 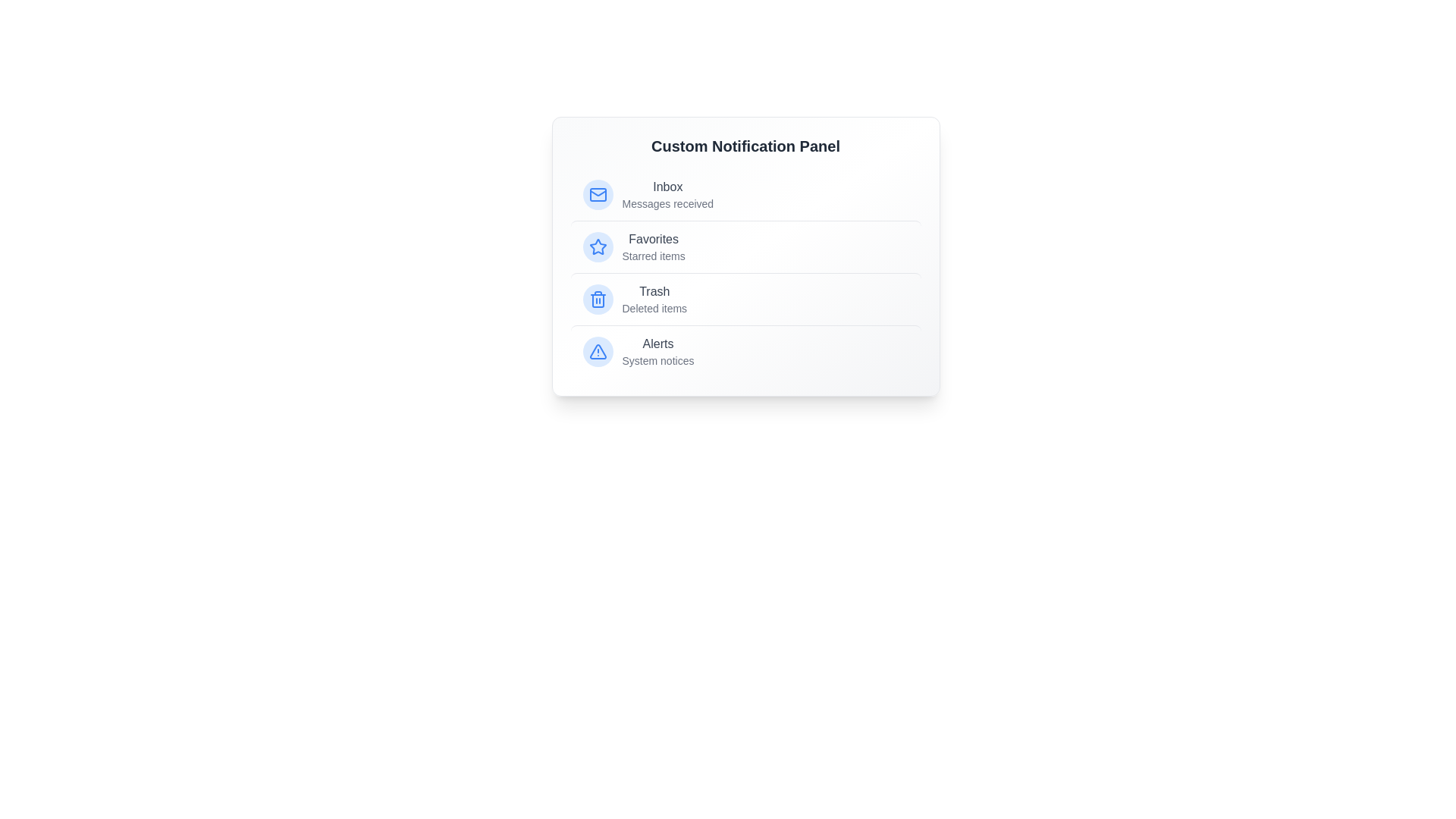 What do you see at coordinates (597, 246) in the screenshot?
I see `the icon associated with the list item Favorites` at bounding box center [597, 246].